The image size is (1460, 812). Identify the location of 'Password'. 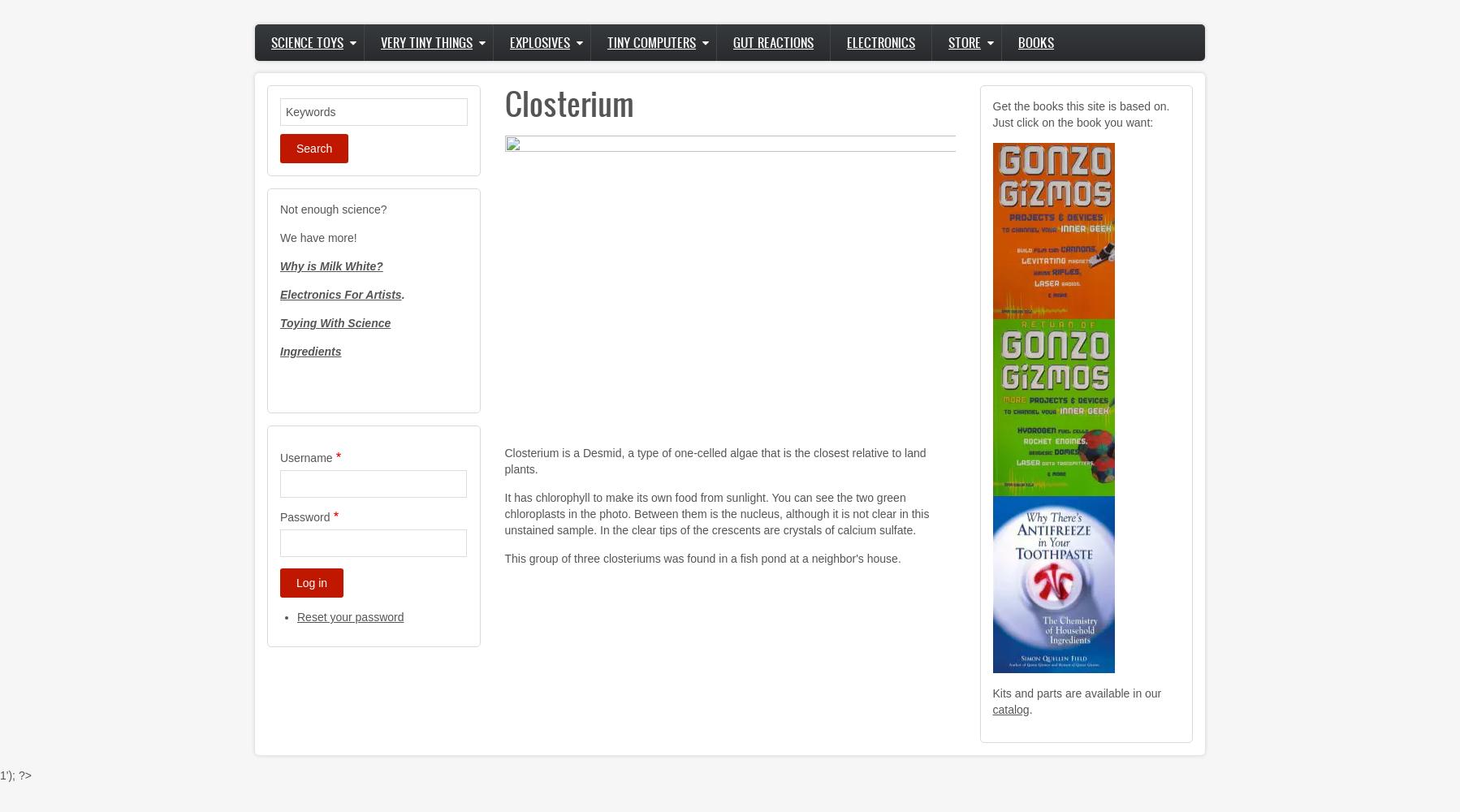
(279, 517).